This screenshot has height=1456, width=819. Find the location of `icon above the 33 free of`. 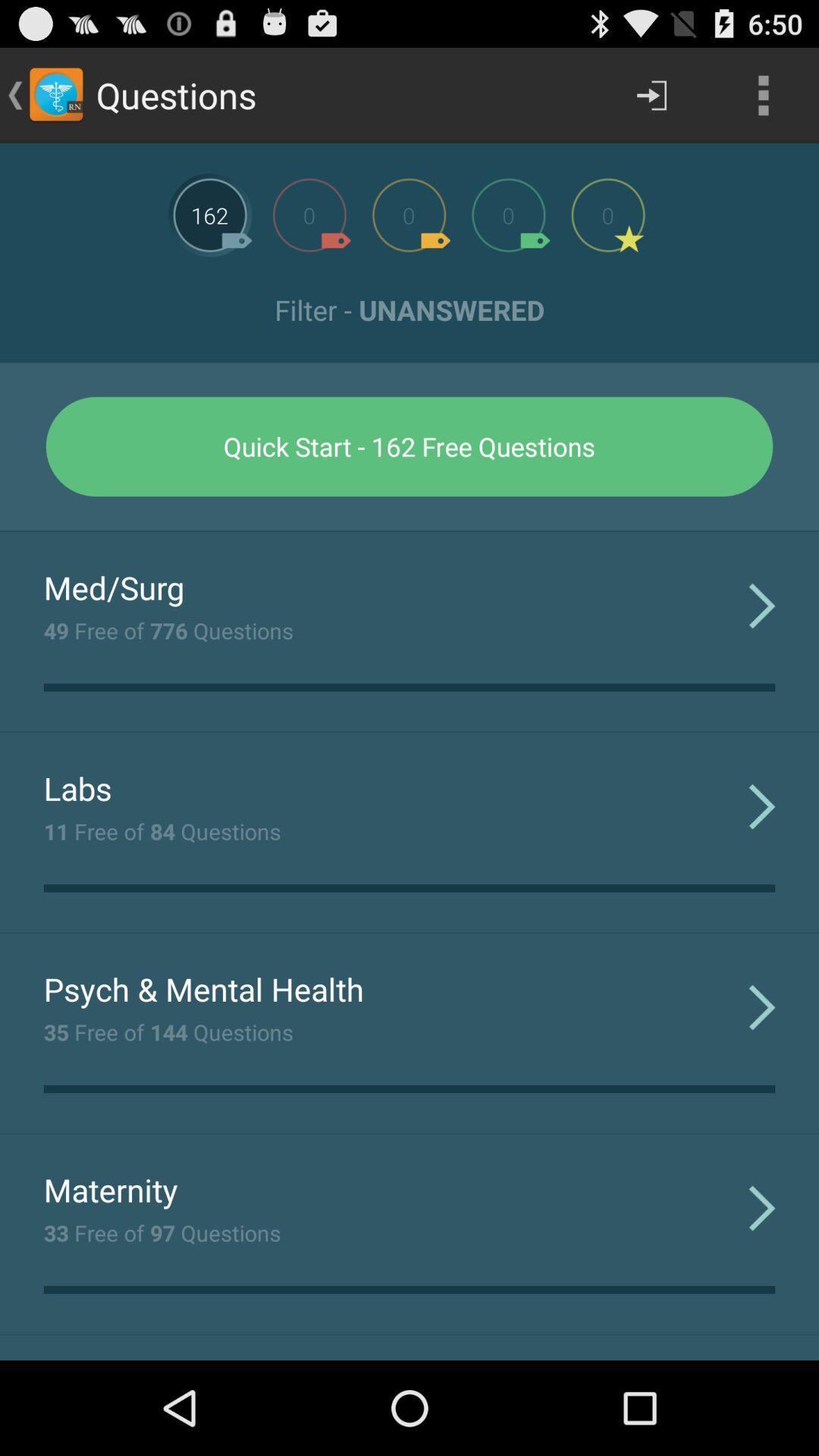

icon above the 33 free of is located at coordinates (110, 1189).